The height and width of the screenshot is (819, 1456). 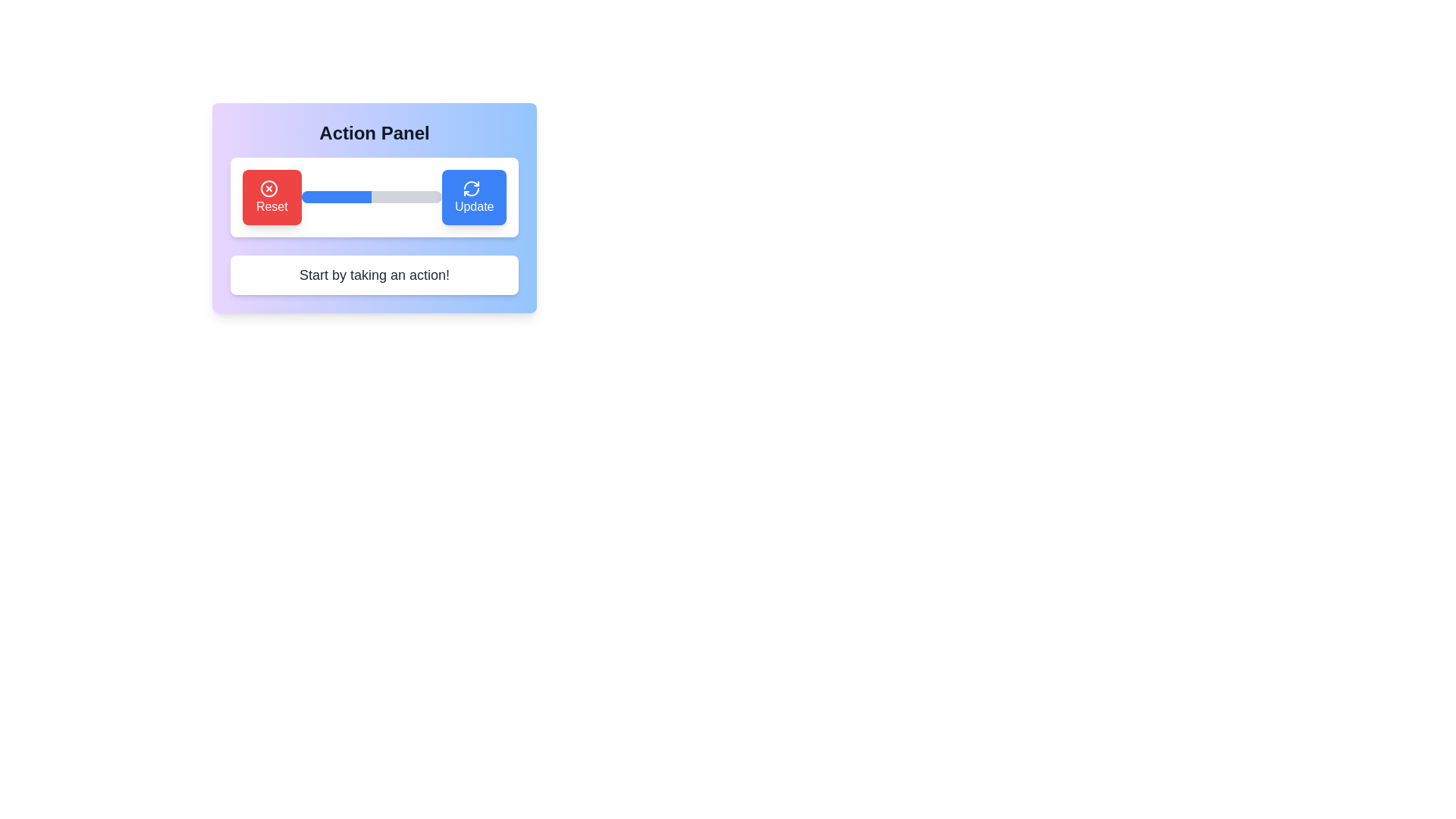 What do you see at coordinates (375, 240) in the screenshot?
I see `the buttons labeled 'Reset' and 'Update' in the 'Action Panel' to trigger visual feedback` at bounding box center [375, 240].